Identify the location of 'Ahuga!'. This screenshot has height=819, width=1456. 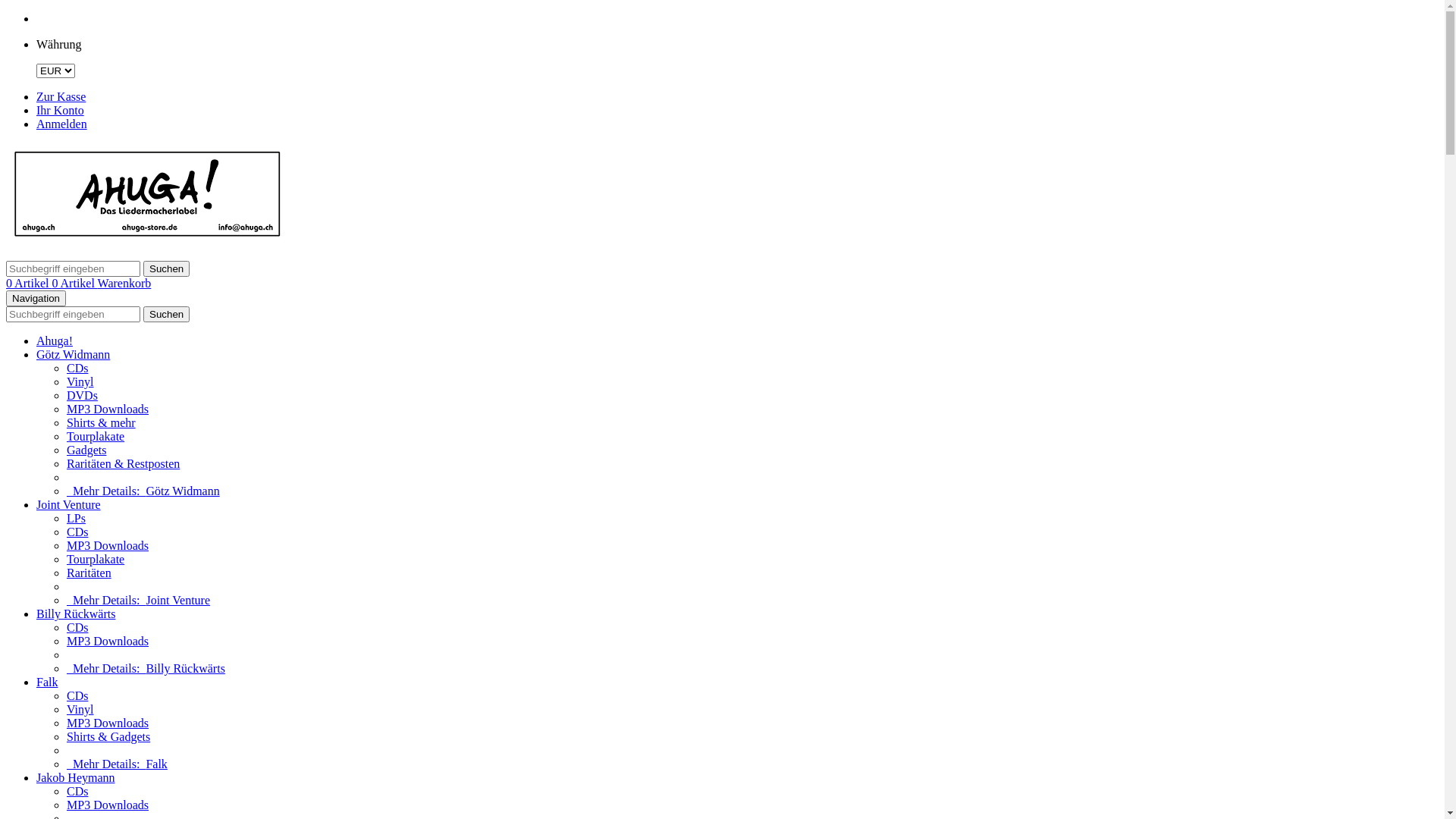
(55, 340).